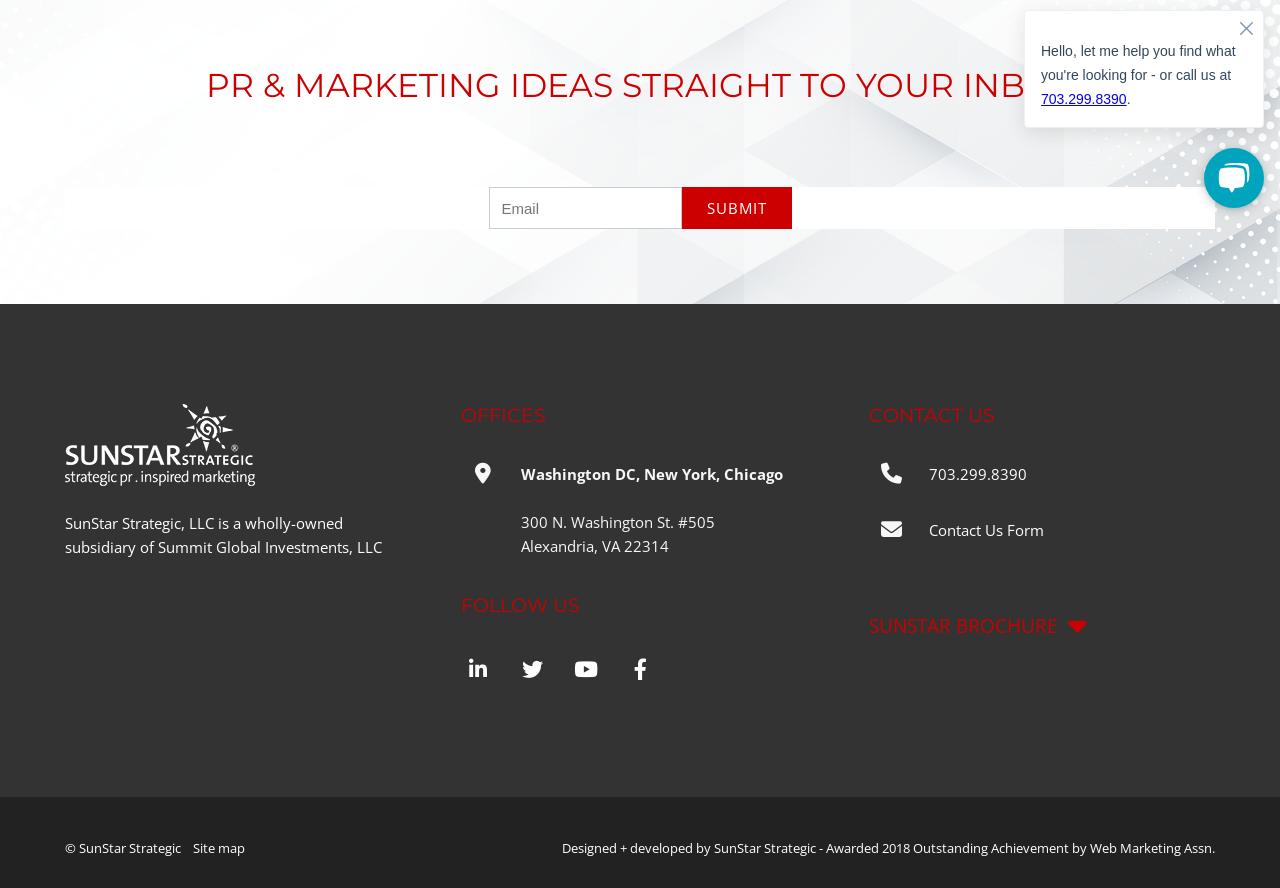 The image size is (1280, 888). Describe the element at coordinates (868, 414) in the screenshot. I see `'Contact Us'` at that location.